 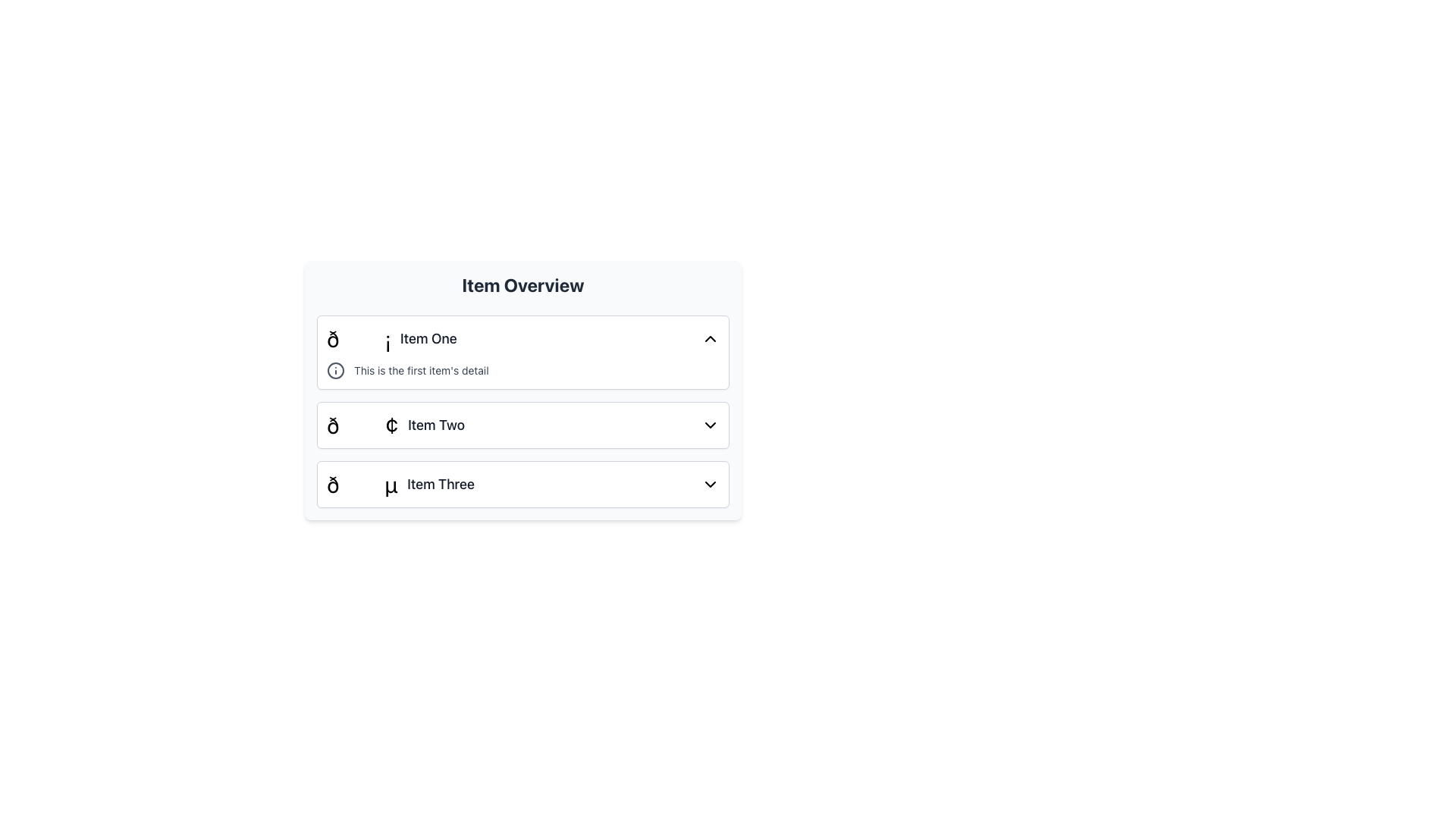 What do you see at coordinates (709, 485) in the screenshot?
I see `the downward-pointing chevron icon located at the far right of the 'Item Three' list entry` at bounding box center [709, 485].